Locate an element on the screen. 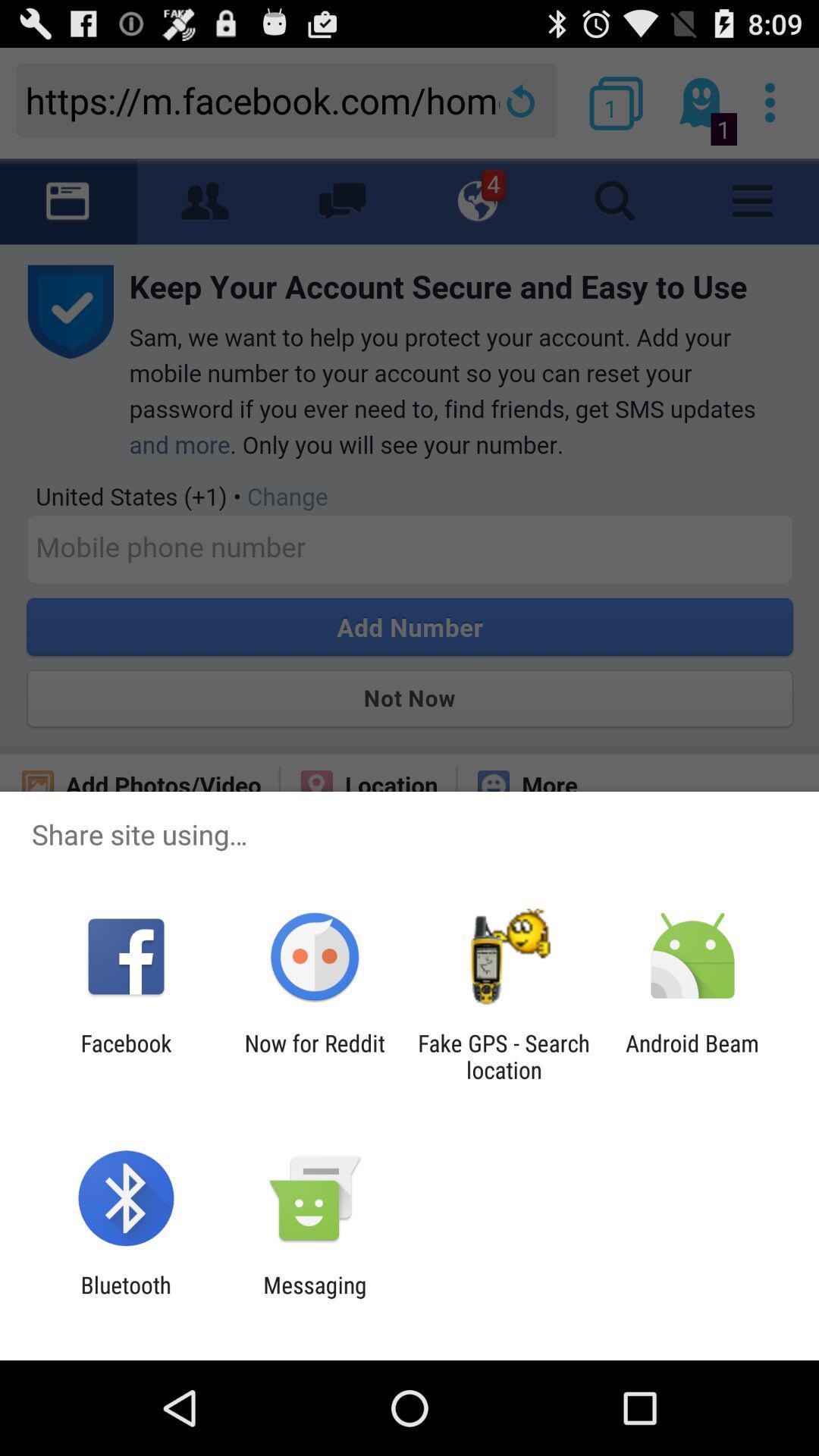 This screenshot has width=819, height=1456. item to the right of facebook app is located at coordinates (314, 1056).